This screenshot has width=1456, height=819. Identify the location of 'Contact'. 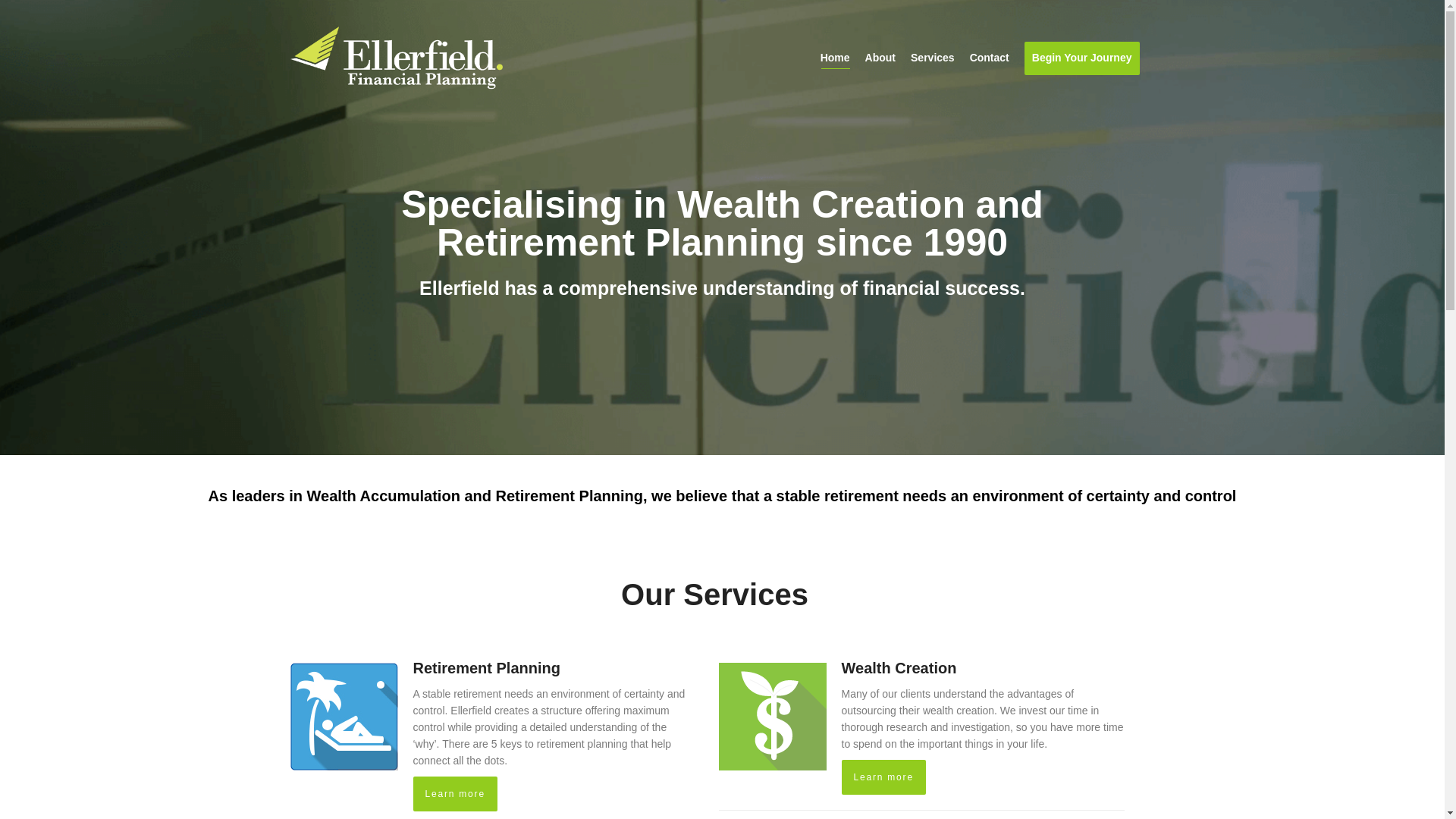
(968, 58).